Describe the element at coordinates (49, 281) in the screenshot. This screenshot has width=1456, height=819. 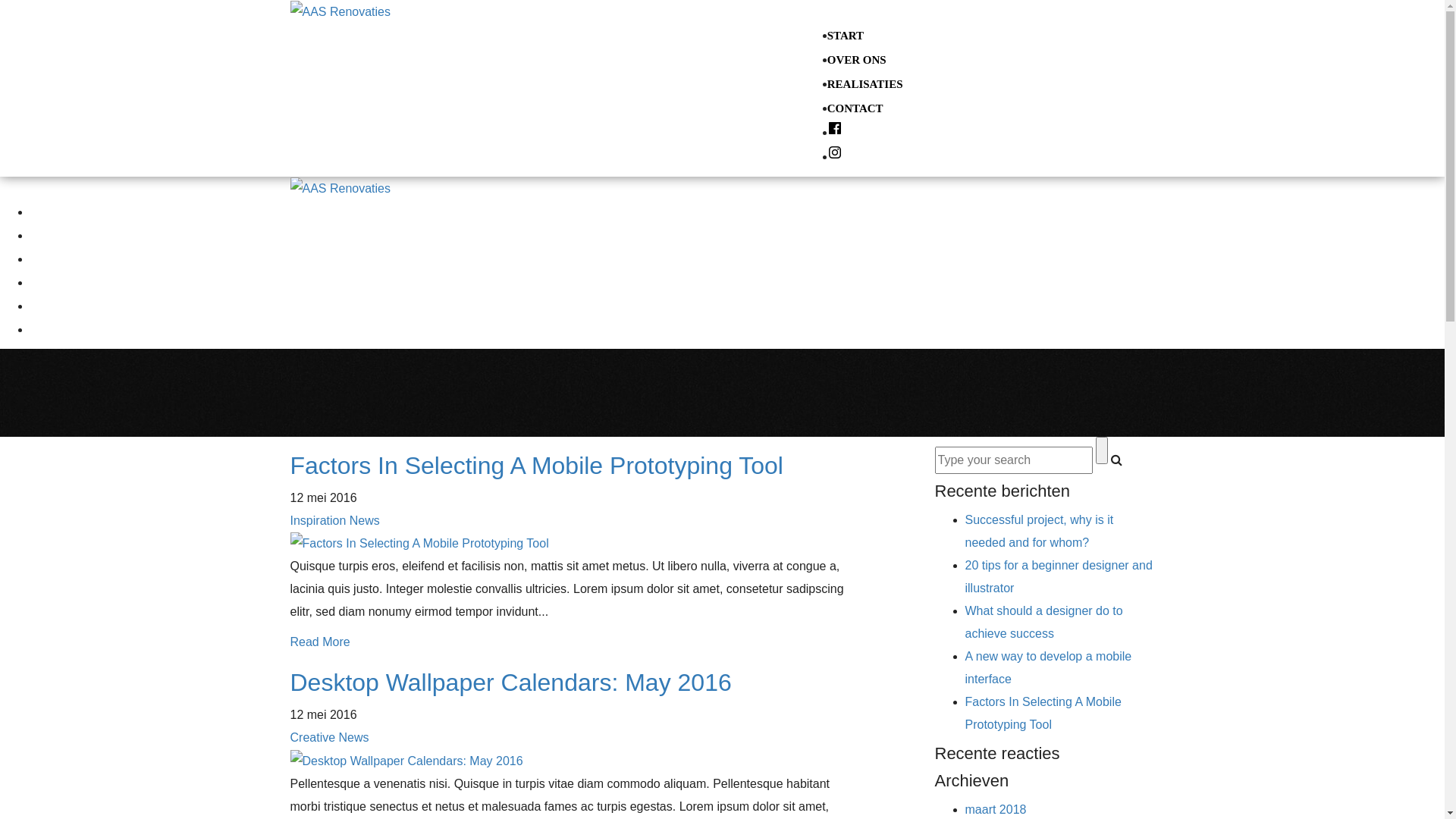
I see `'Contact'` at that location.